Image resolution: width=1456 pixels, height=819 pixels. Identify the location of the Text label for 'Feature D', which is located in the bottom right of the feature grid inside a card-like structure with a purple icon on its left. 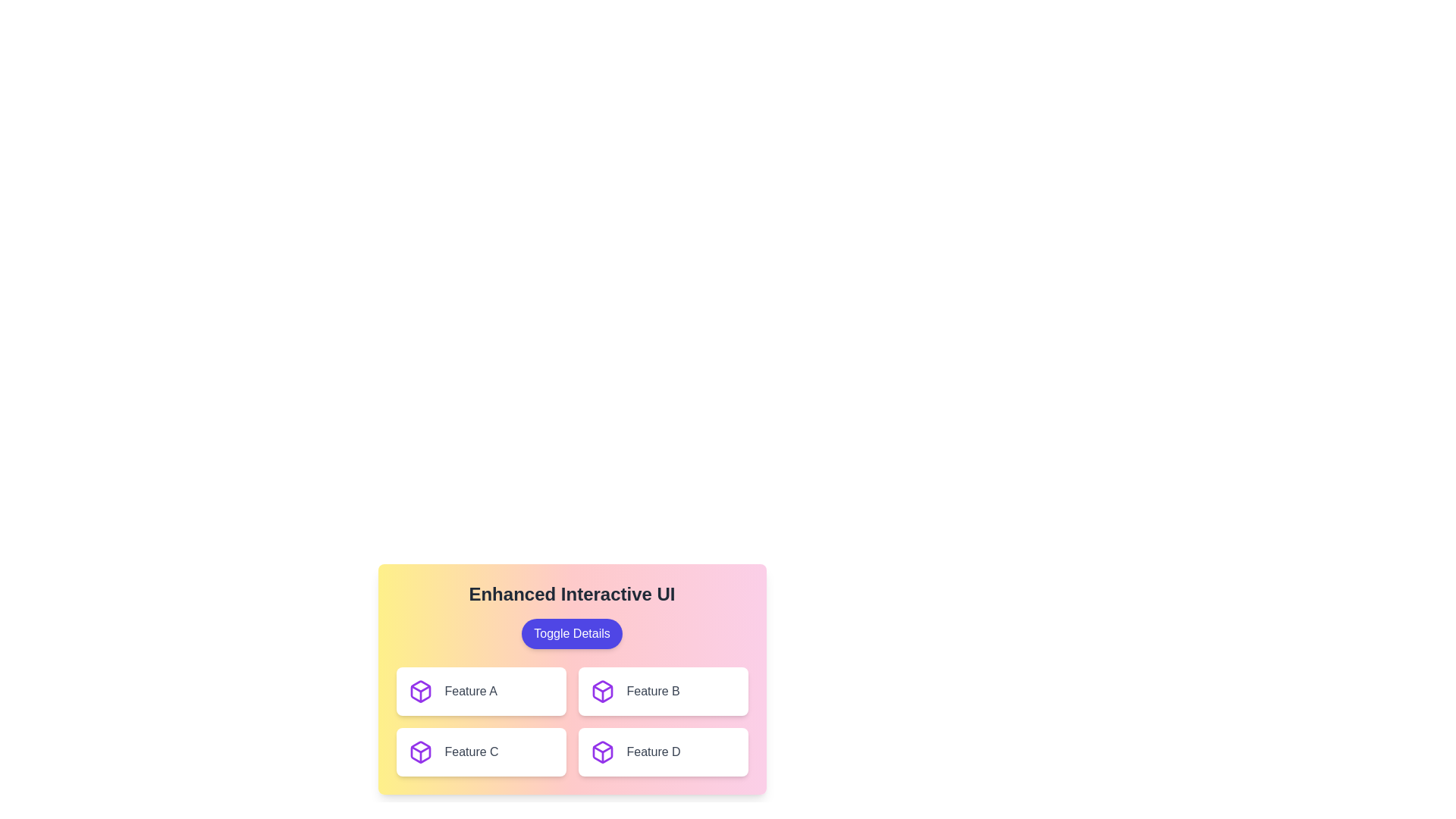
(654, 752).